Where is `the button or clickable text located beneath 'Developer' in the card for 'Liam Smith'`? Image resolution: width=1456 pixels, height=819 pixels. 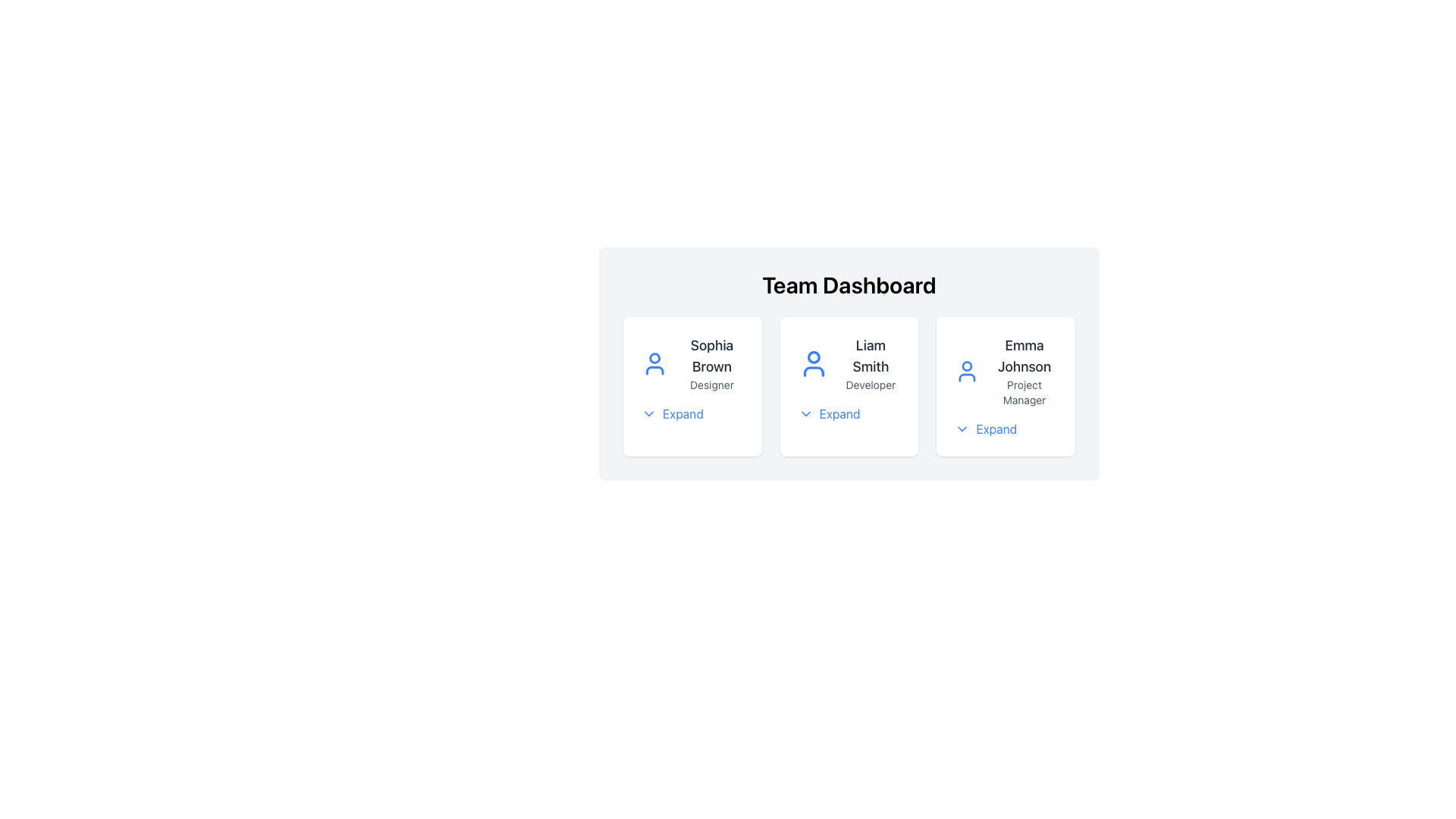 the button or clickable text located beneath 'Developer' in the card for 'Liam Smith' is located at coordinates (848, 414).